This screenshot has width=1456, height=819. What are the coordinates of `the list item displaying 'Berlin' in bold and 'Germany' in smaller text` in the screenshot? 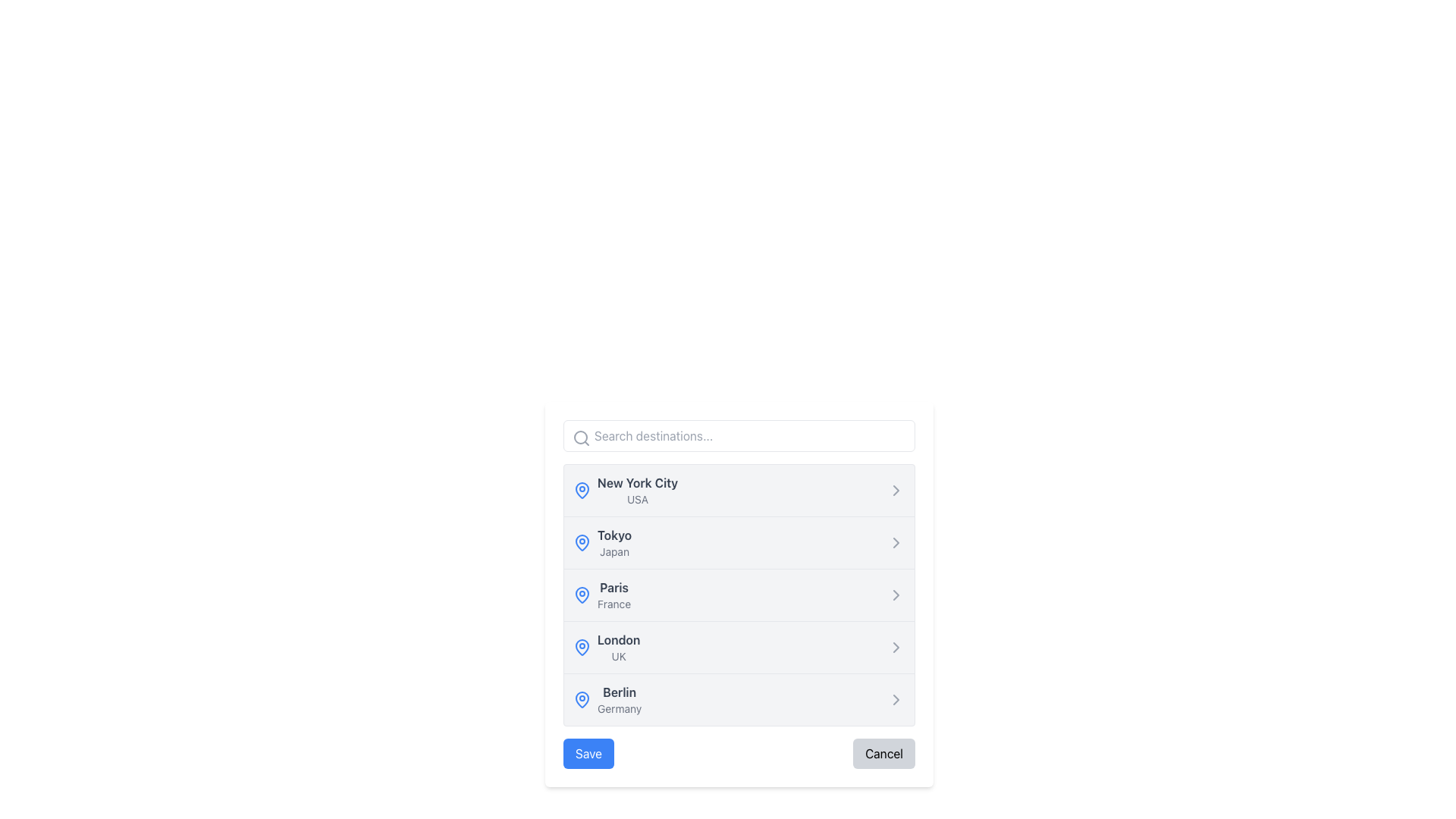 It's located at (619, 699).